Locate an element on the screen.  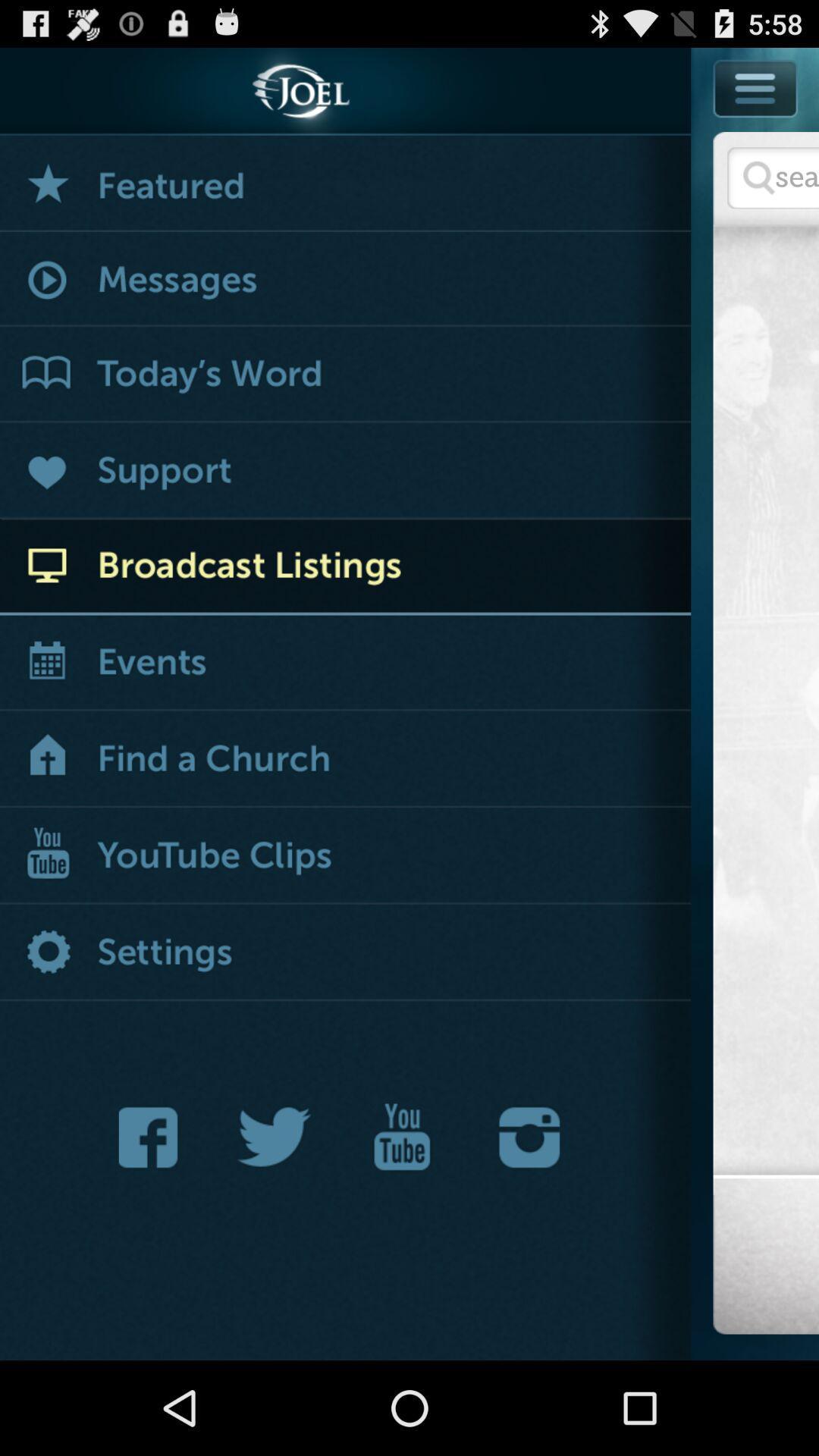
the facebook icon is located at coordinates (152, 1217).